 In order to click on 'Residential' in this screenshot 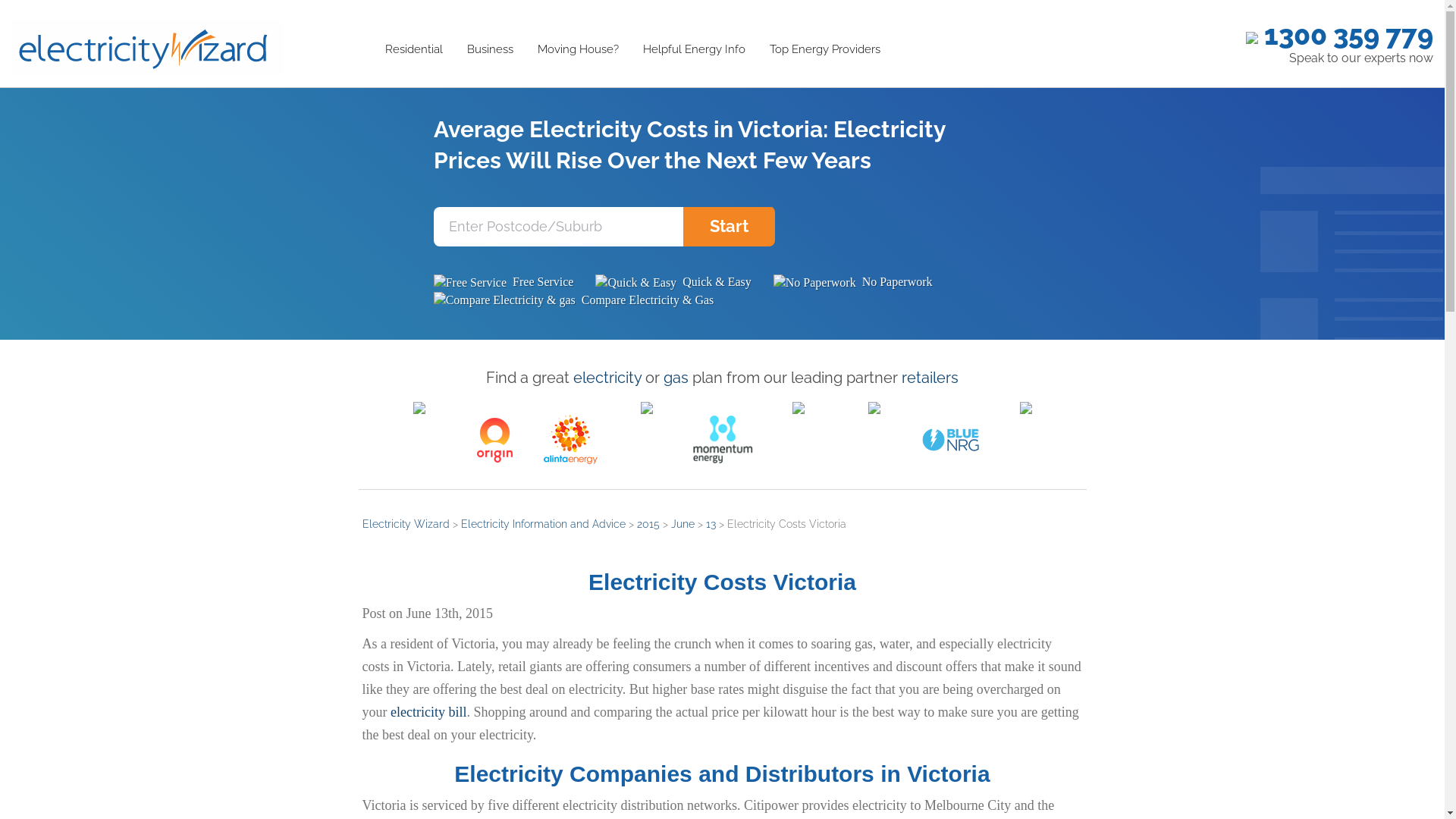, I will do `click(414, 49)`.